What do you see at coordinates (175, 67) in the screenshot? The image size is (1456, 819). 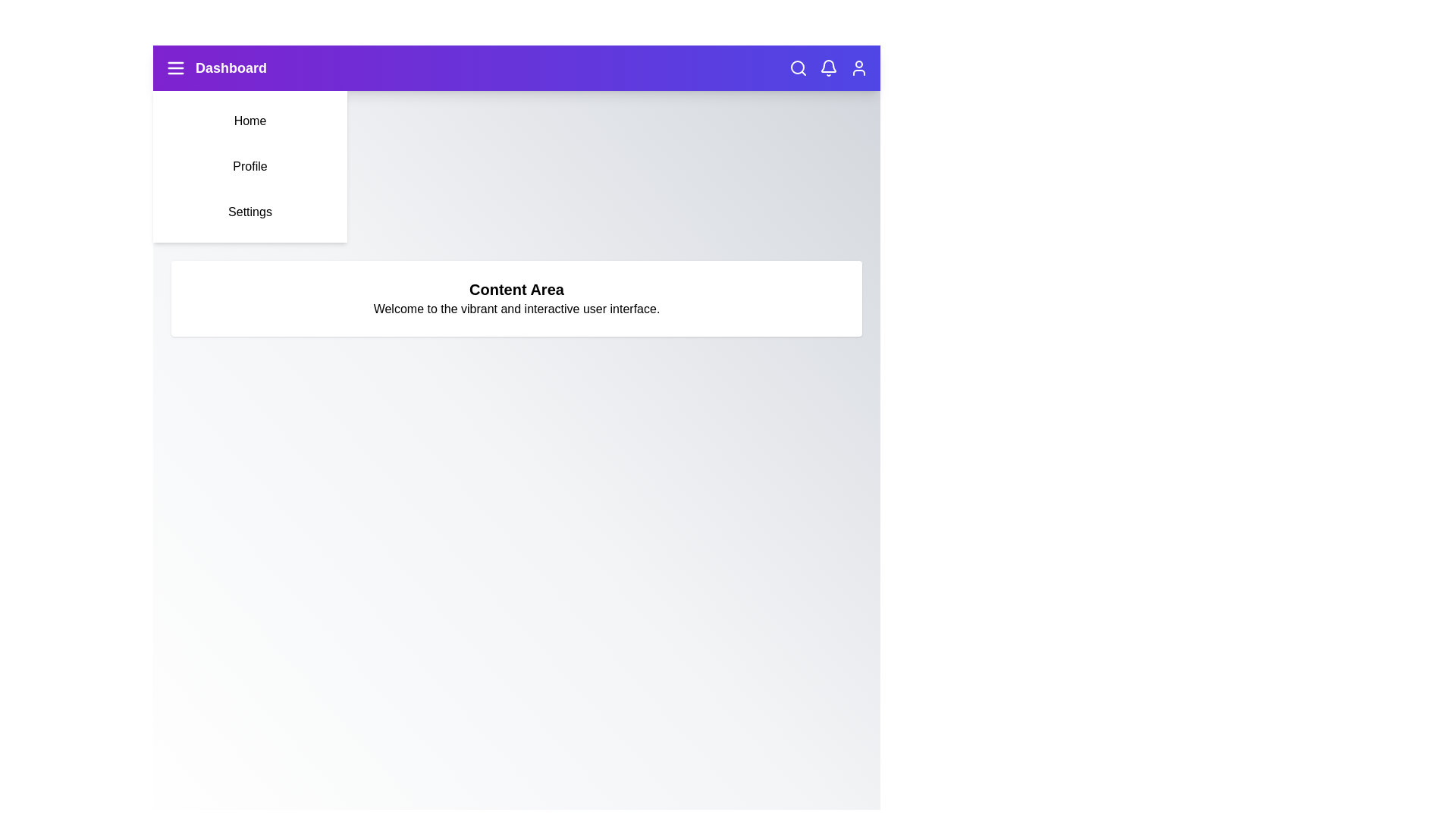 I see `the menu icon to toggle the menu visibility` at bounding box center [175, 67].